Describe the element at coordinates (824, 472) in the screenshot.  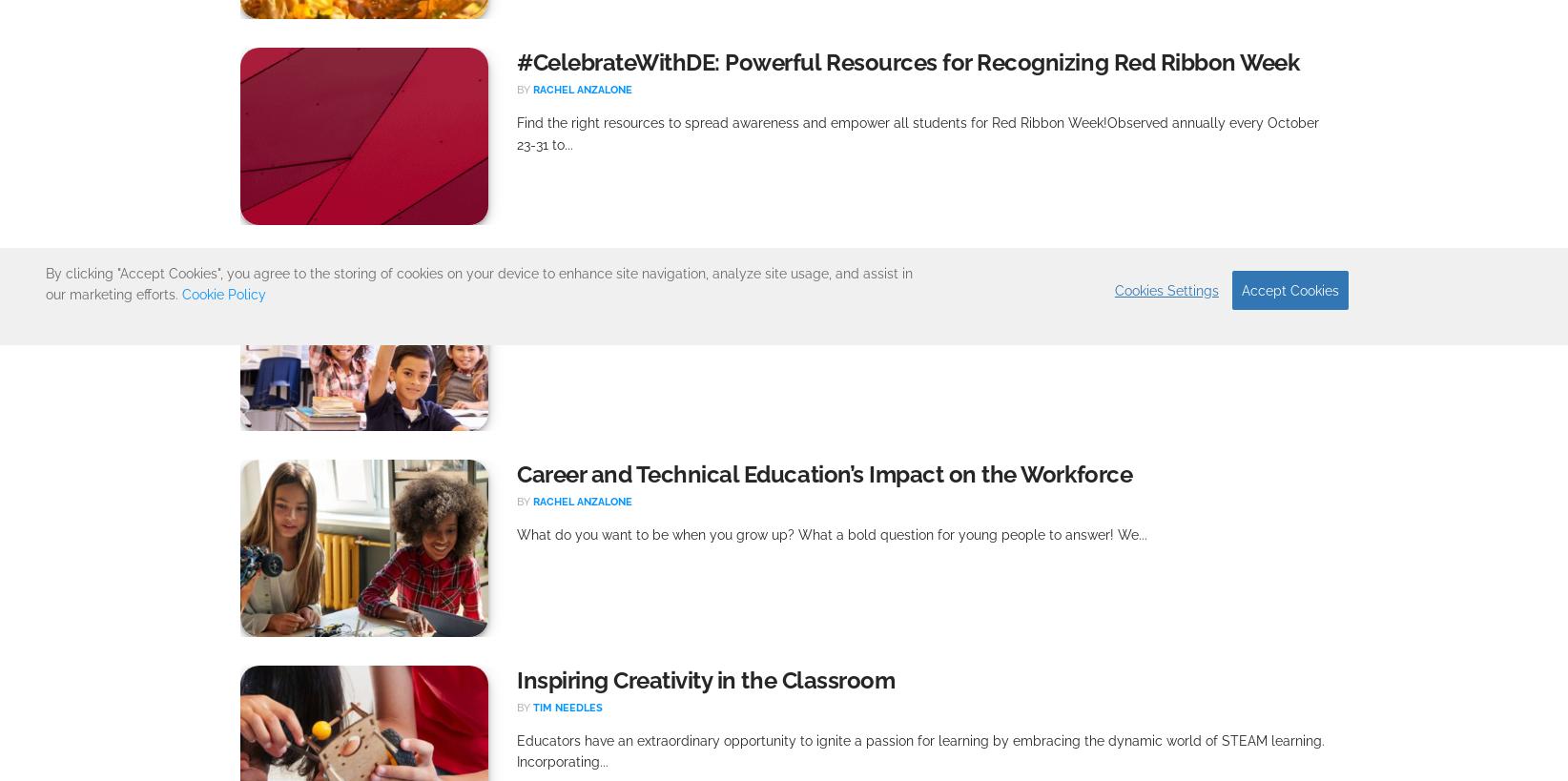
I see `'Career and Technical Education’s Impact on the Workforce'` at that location.